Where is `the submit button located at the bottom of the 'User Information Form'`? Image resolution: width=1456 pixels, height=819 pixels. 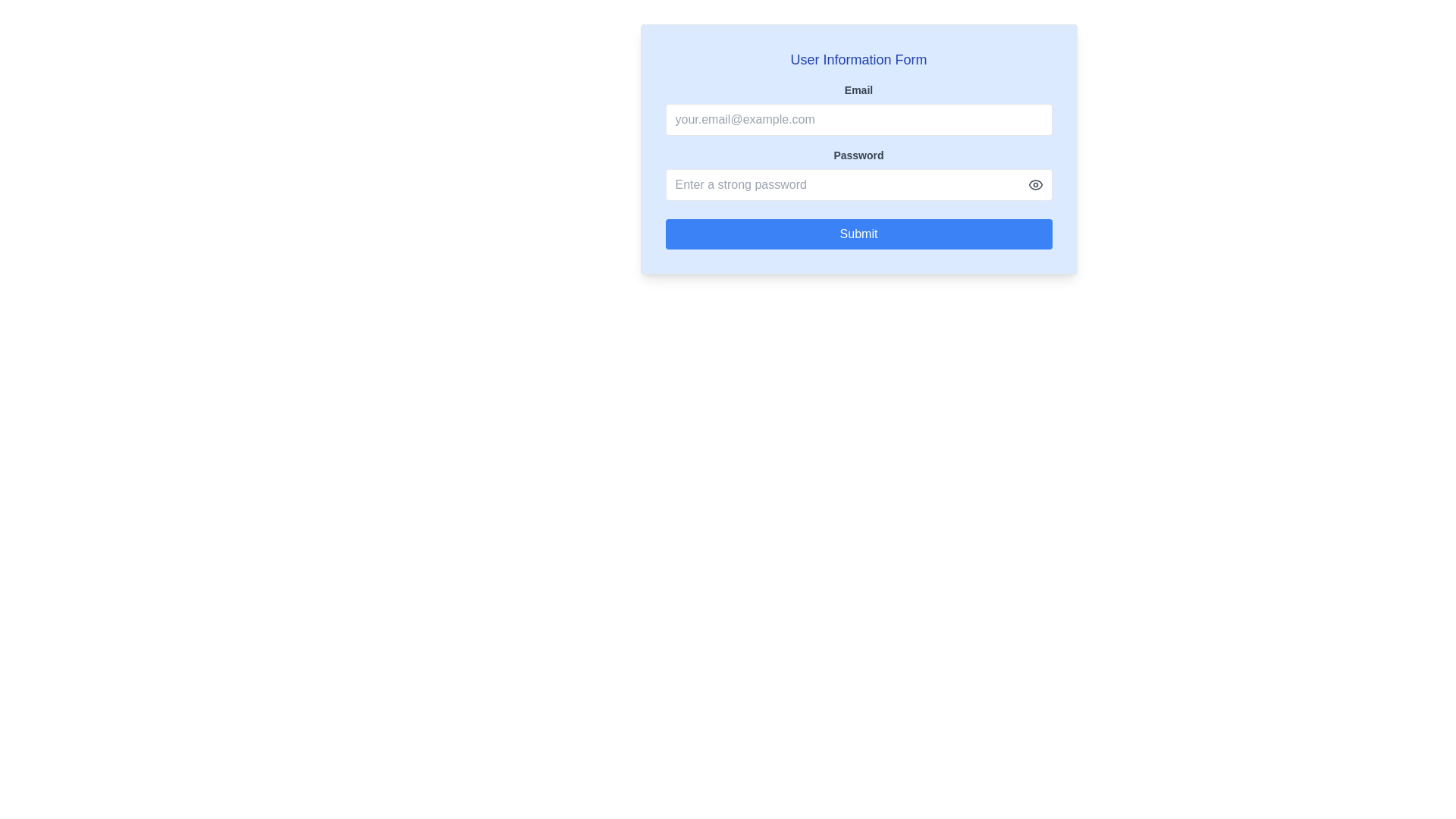 the submit button located at the bottom of the 'User Information Form' is located at coordinates (858, 234).